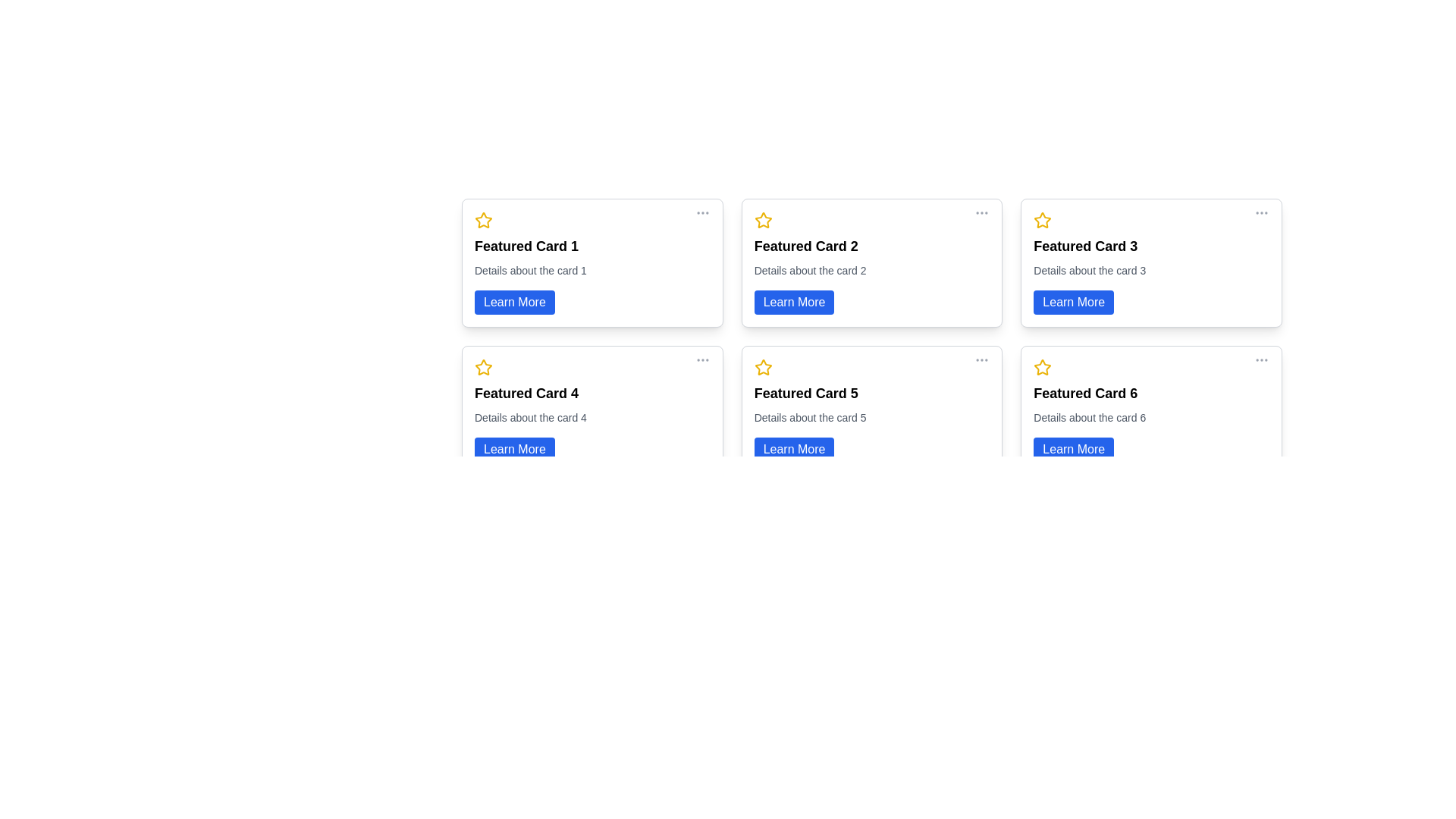 This screenshot has height=819, width=1456. I want to click on the button located at the bottom of 'Featured Card 3', so click(1073, 302).